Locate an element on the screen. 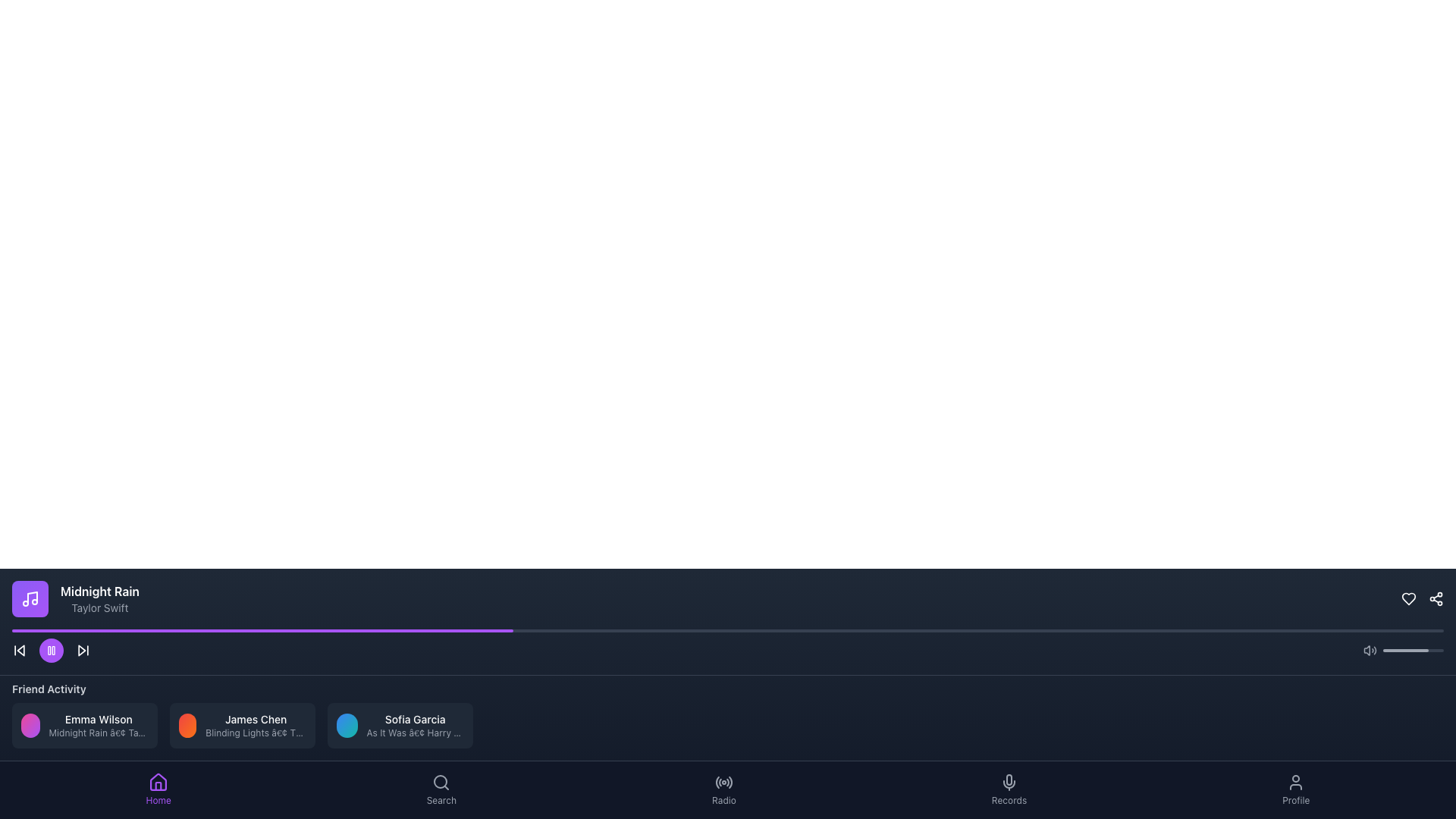 The width and height of the screenshot is (1456, 819). the pause icon button, which is visually represented as two vertical bars within a circular button with a purple gradient, located in the central portion of the music player control bar is located at coordinates (51, 649).